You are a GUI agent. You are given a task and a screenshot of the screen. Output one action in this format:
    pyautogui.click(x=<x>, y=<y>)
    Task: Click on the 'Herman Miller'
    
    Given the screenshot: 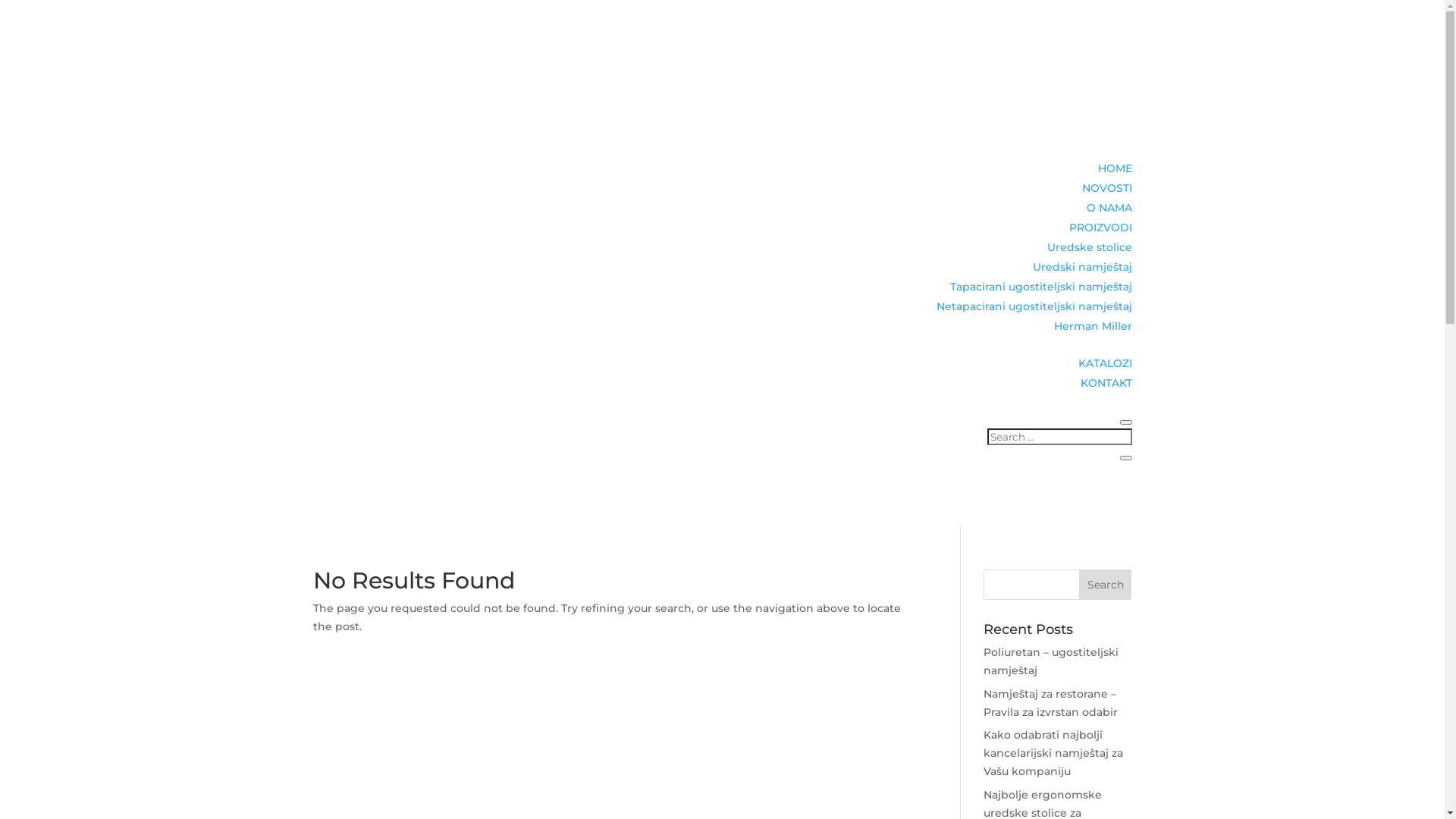 What is the action you would take?
    pyautogui.click(x=1053, y=325)
    